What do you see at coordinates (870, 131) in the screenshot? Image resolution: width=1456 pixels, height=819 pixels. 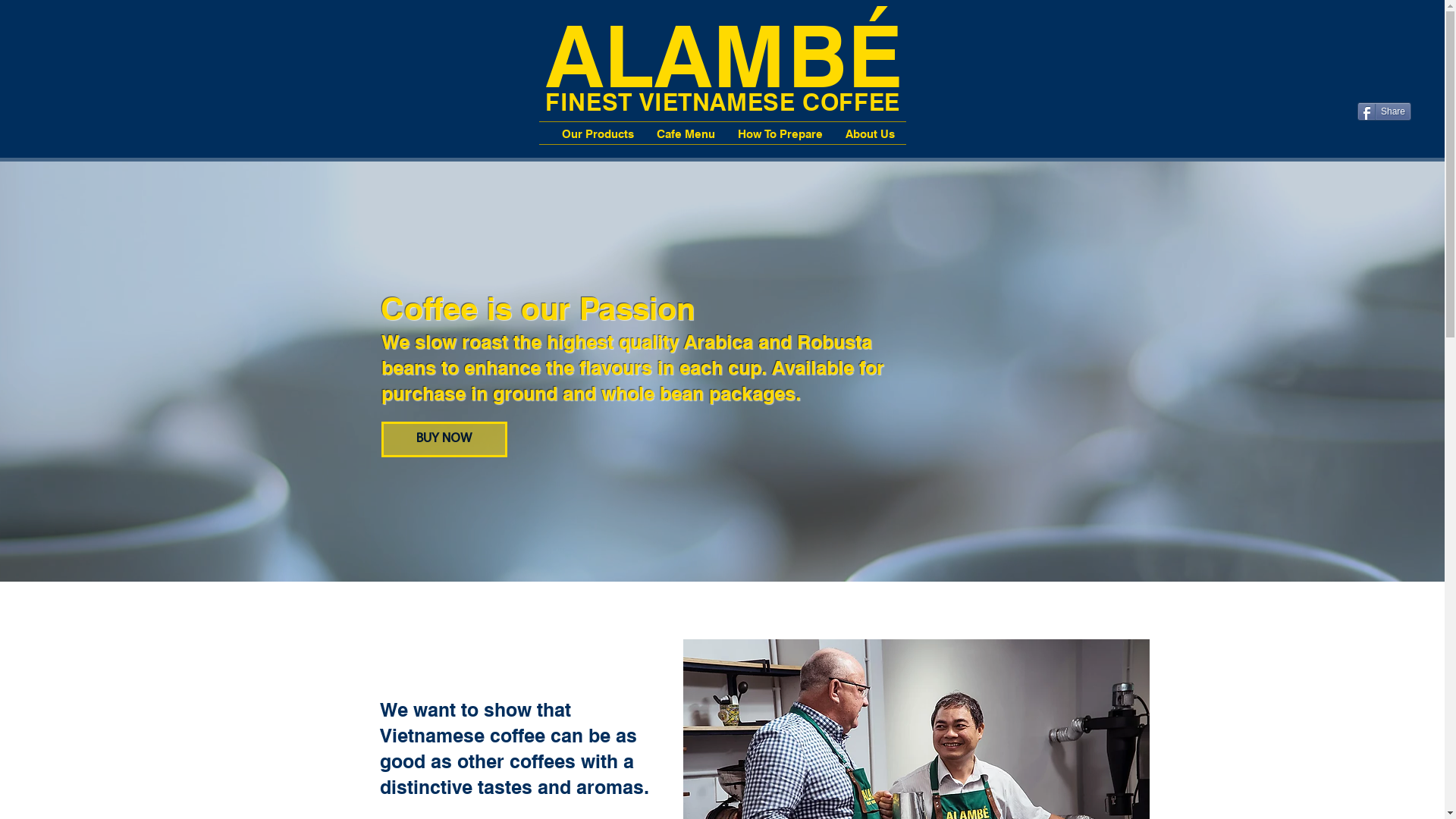 I see `'About Us'` at bounding box center [870, 131].